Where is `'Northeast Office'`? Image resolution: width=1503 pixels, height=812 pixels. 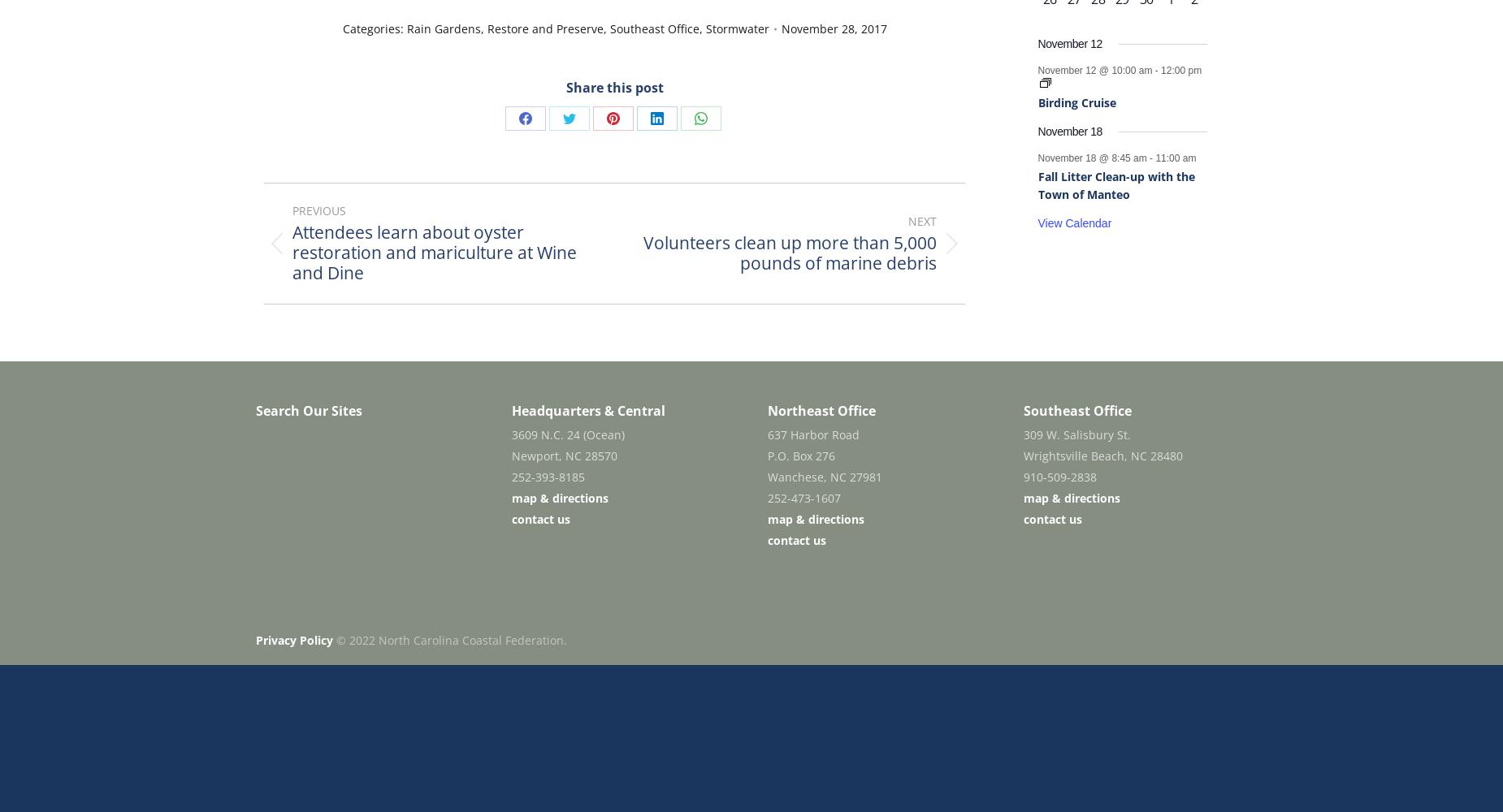
'Northeast Office' is located at coordinates (821, 411).